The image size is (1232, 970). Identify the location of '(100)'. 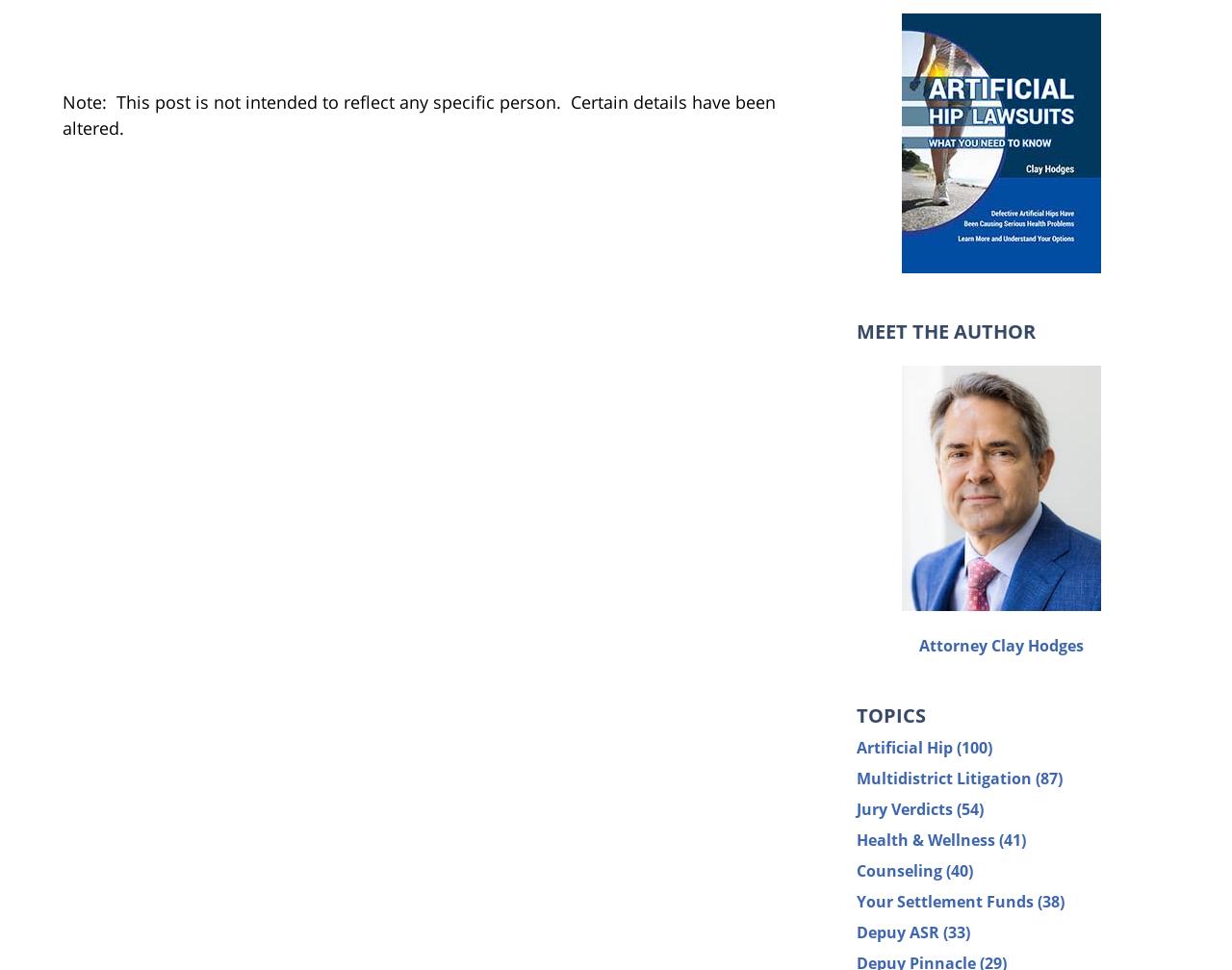
(974, 746).